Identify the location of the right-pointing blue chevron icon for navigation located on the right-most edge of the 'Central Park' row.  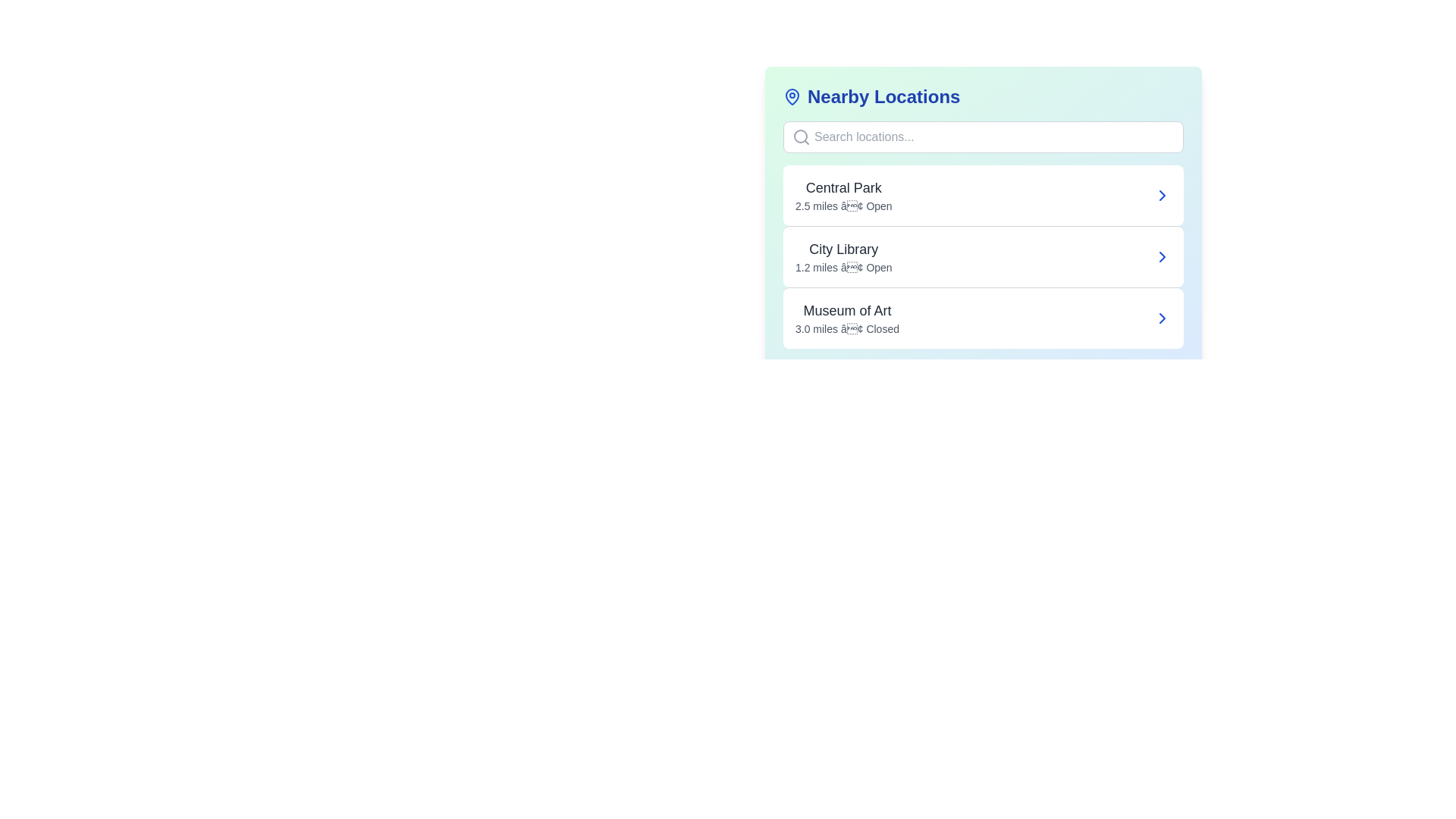
(1161, 195).